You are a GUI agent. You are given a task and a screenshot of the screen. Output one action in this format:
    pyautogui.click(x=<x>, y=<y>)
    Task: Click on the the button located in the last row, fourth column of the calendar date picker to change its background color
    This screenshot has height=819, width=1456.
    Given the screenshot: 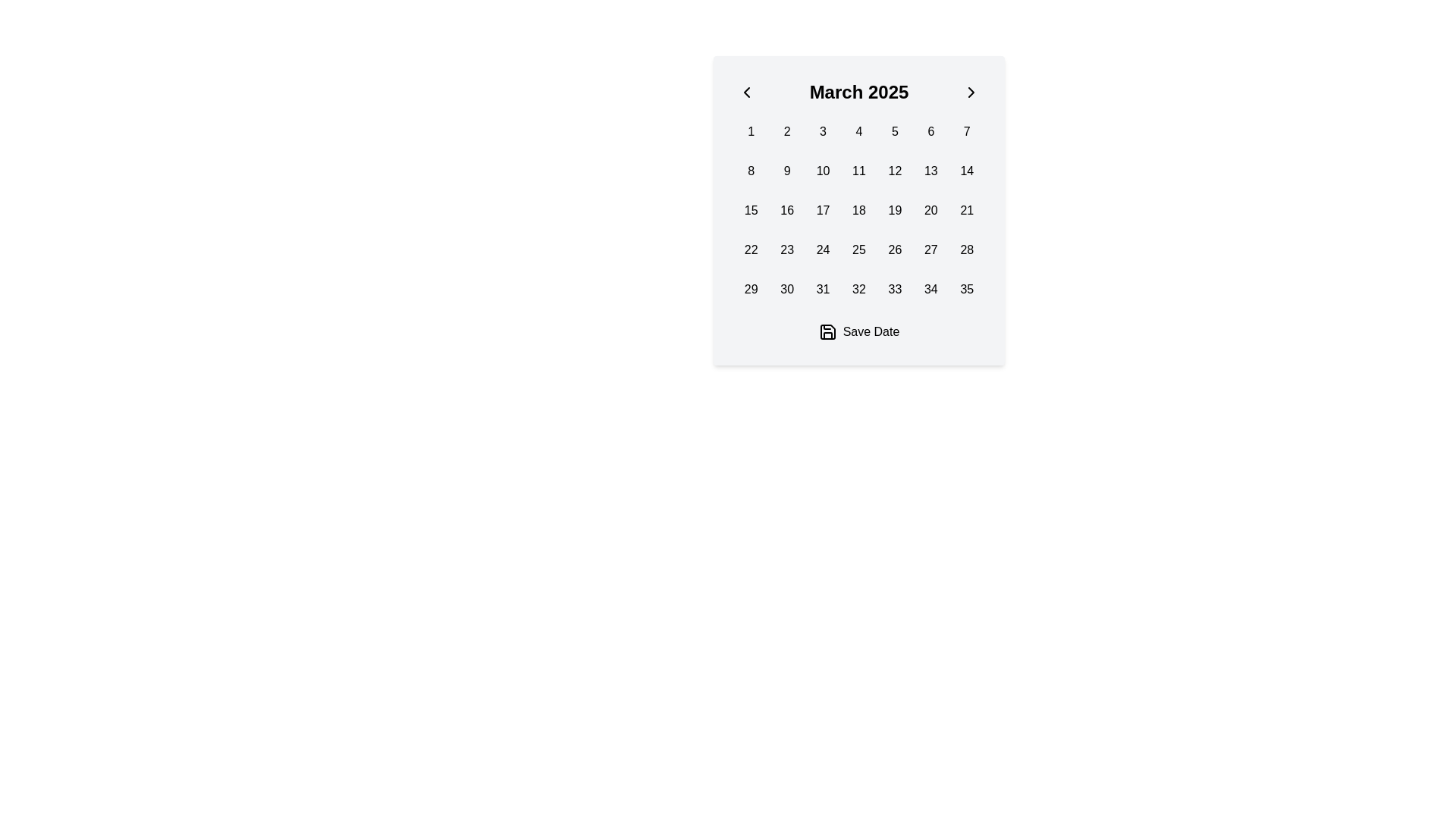 What is the action you would take?
    pyautogui.click(x=858, y=289)
    